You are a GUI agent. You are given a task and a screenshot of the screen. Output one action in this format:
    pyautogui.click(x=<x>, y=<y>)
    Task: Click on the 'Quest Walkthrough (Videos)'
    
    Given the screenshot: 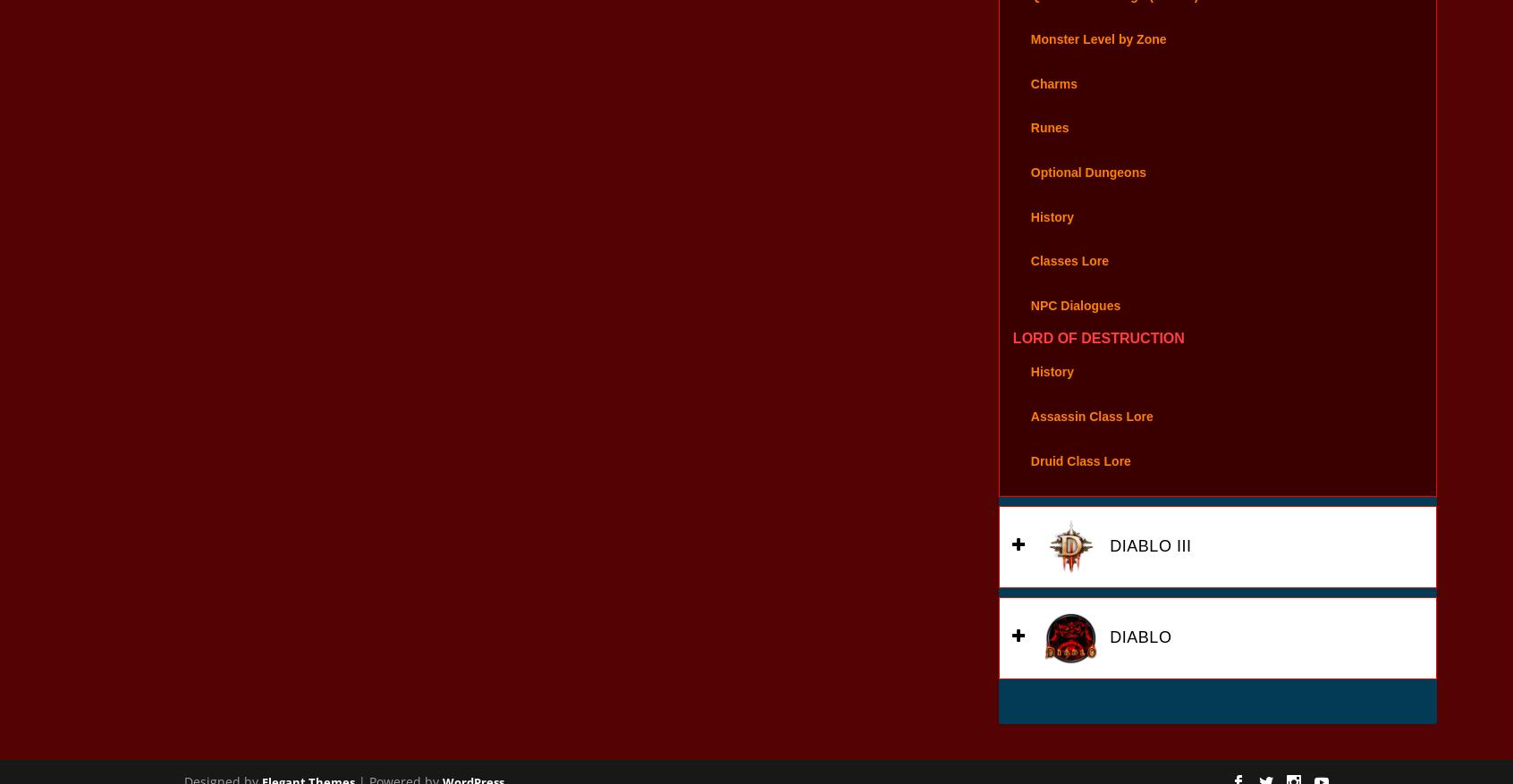 What is the action you would take?
    pyautogui.click(x=1029, y=17)
    